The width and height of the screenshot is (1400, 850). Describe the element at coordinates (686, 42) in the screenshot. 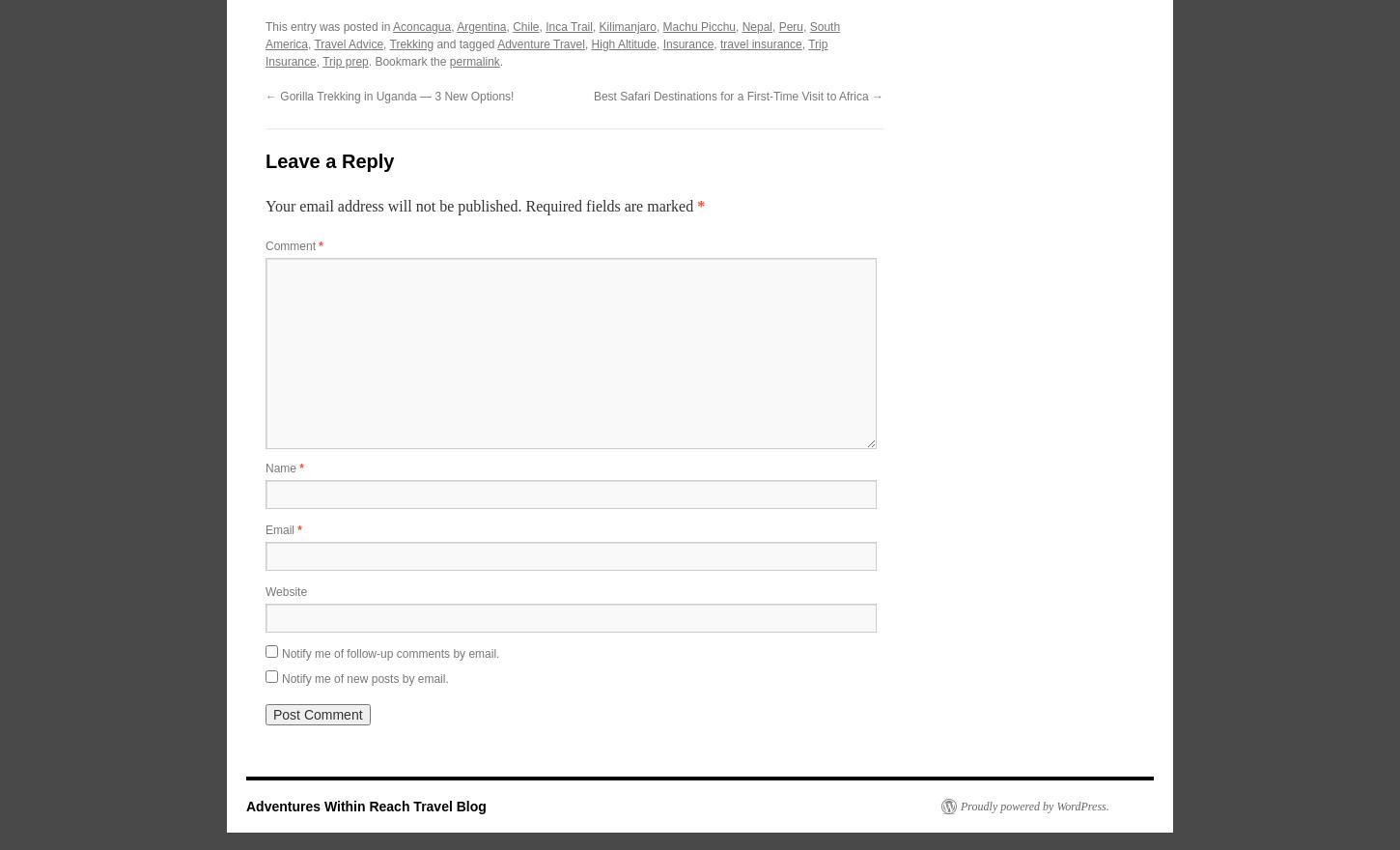

I see `'Insurance'` at that location.